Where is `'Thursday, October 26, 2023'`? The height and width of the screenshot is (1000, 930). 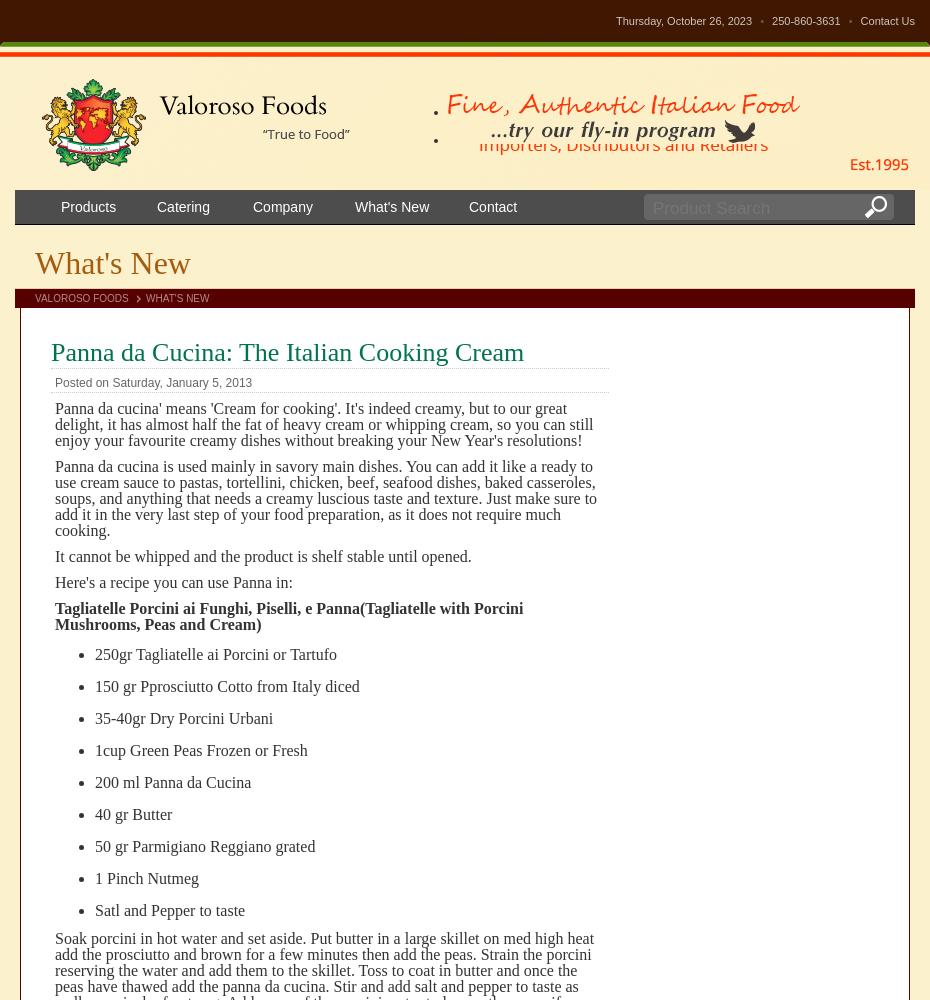 'Thursday, October 26, 2023' is located at coordinates (684, 21).